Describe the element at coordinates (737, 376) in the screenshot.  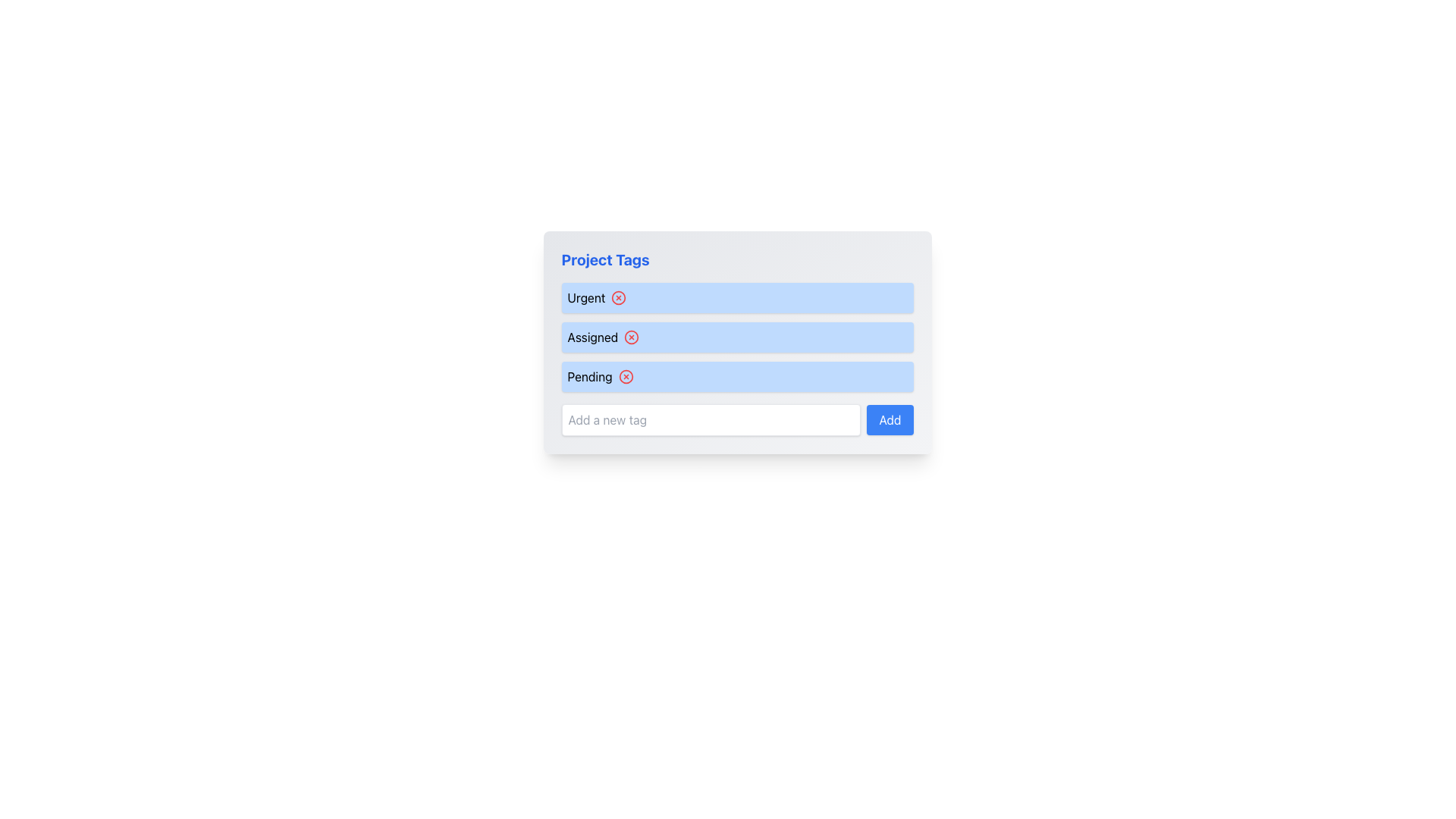
I see `the 'Pending' label with actionable icon` at that location.